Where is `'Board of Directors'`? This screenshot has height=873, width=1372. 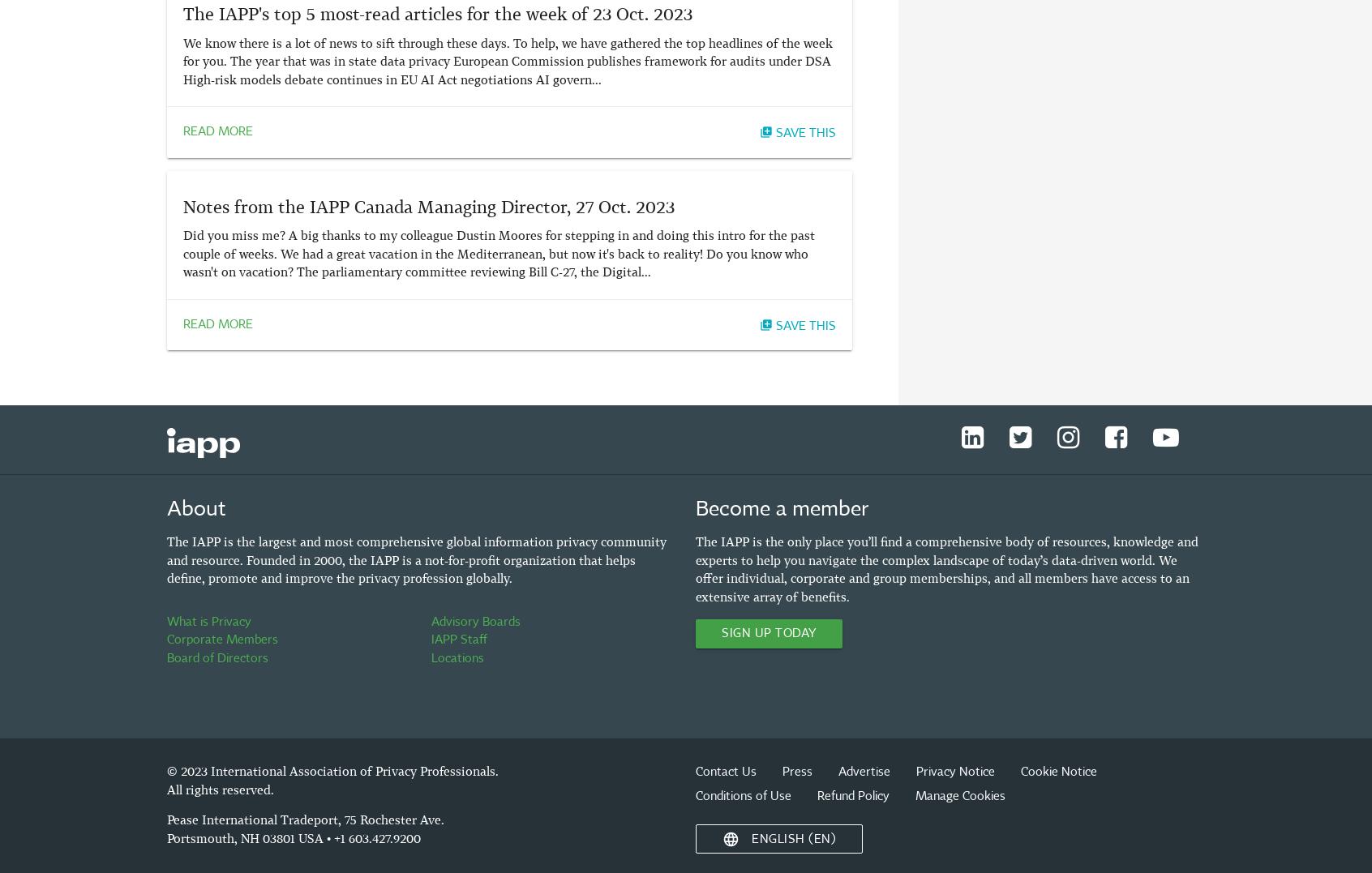 'Board of Directors' is located at coordinates (217, 657).